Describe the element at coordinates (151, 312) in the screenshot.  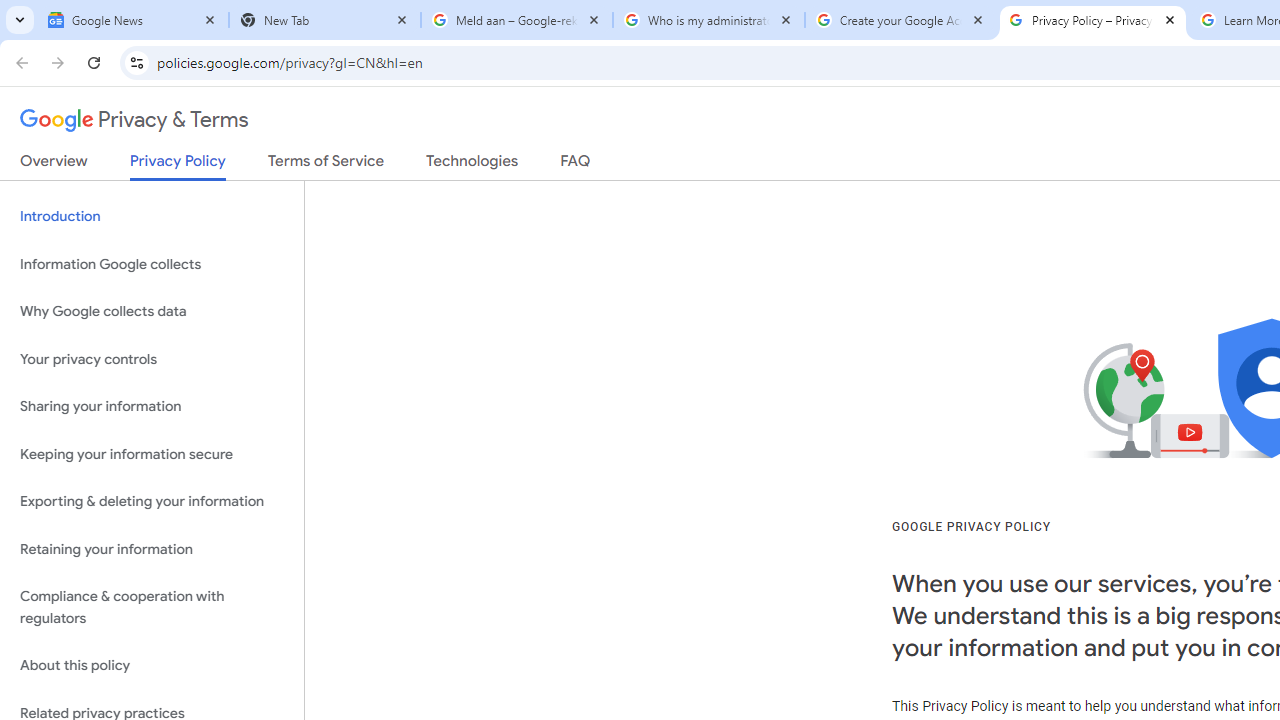
I see `'Why Google collects data'` at that location.